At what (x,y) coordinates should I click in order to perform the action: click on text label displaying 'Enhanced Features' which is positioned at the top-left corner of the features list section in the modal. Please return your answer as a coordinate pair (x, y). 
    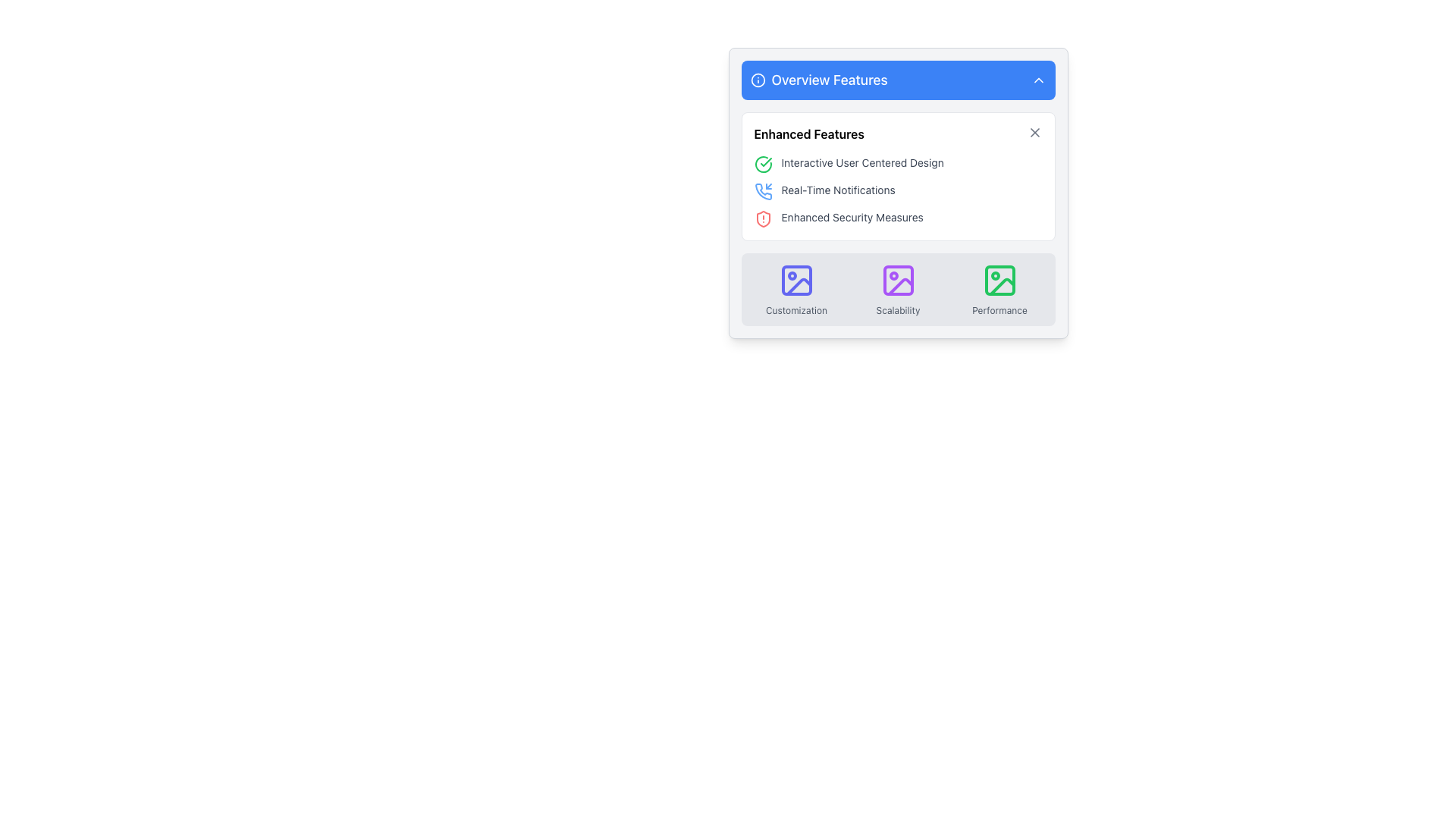
    Looking at the image, I should click on (808, 133).